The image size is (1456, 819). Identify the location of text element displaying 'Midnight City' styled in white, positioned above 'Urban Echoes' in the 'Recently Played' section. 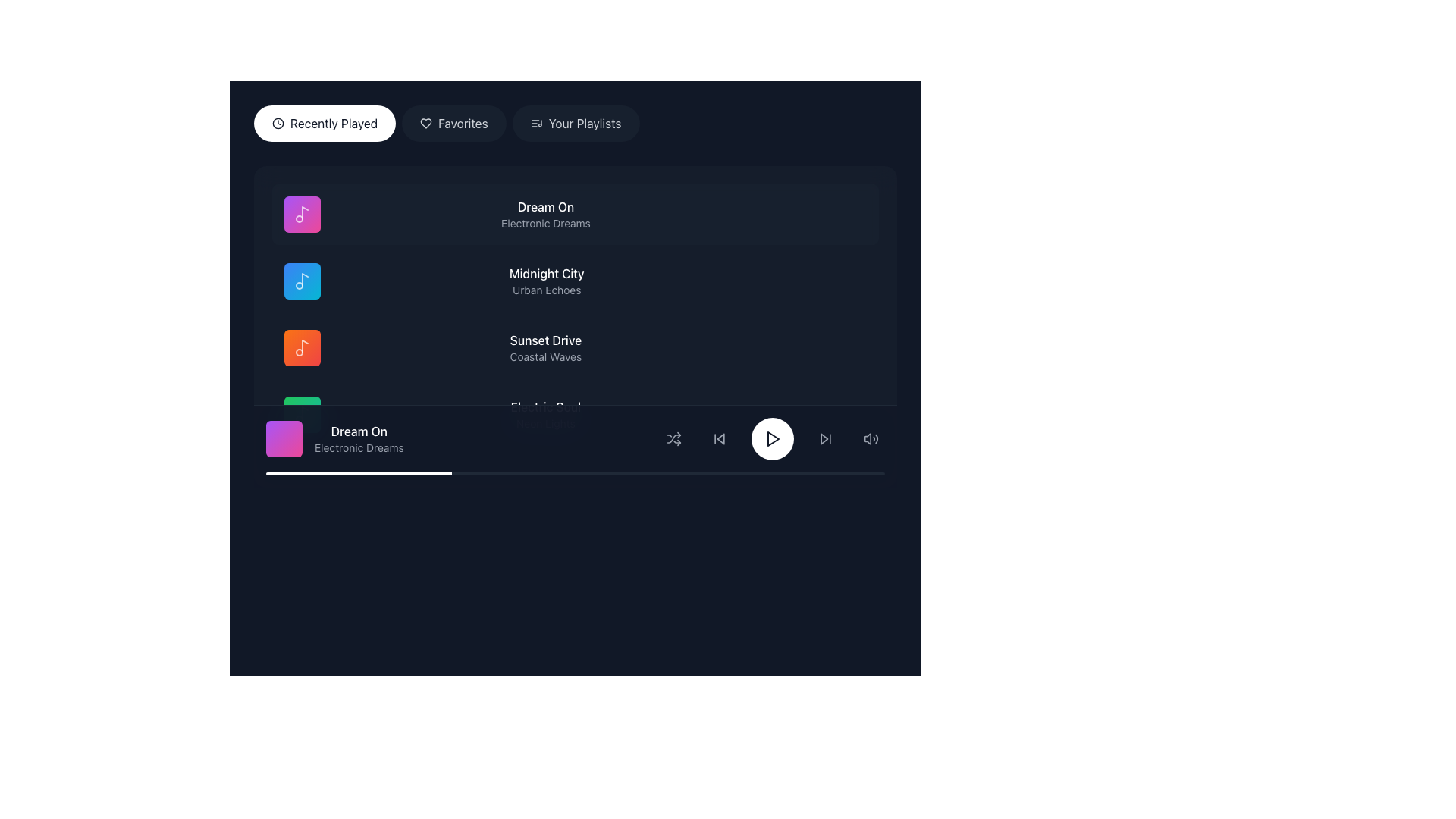
(546, 274).